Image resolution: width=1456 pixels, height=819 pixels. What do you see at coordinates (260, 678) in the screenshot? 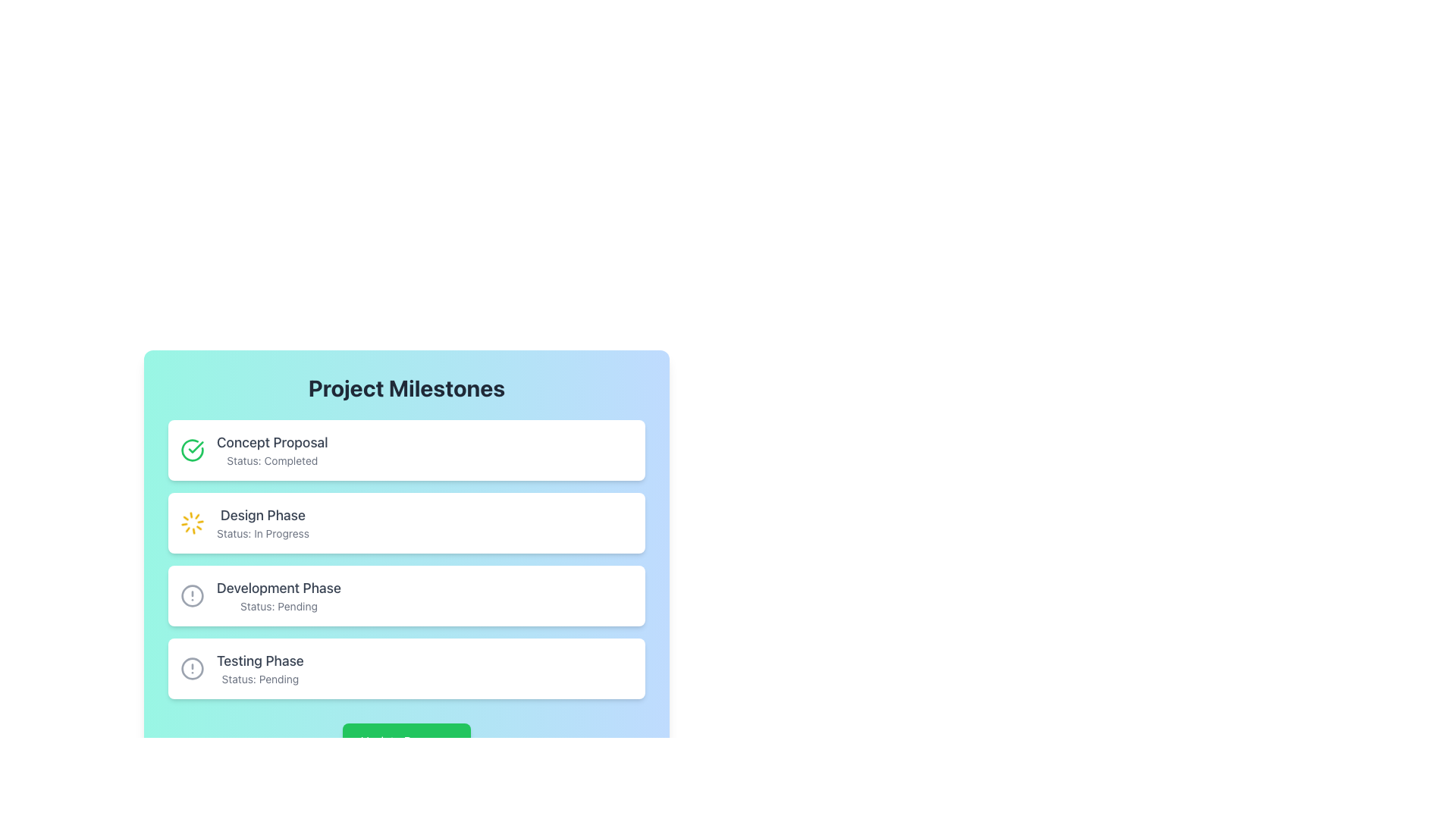
I see `the Static Text Label displaying 'Status: Pending' located under the 'Testing Phase' header in the Project Milestones list` at bounding box center [260, 678].